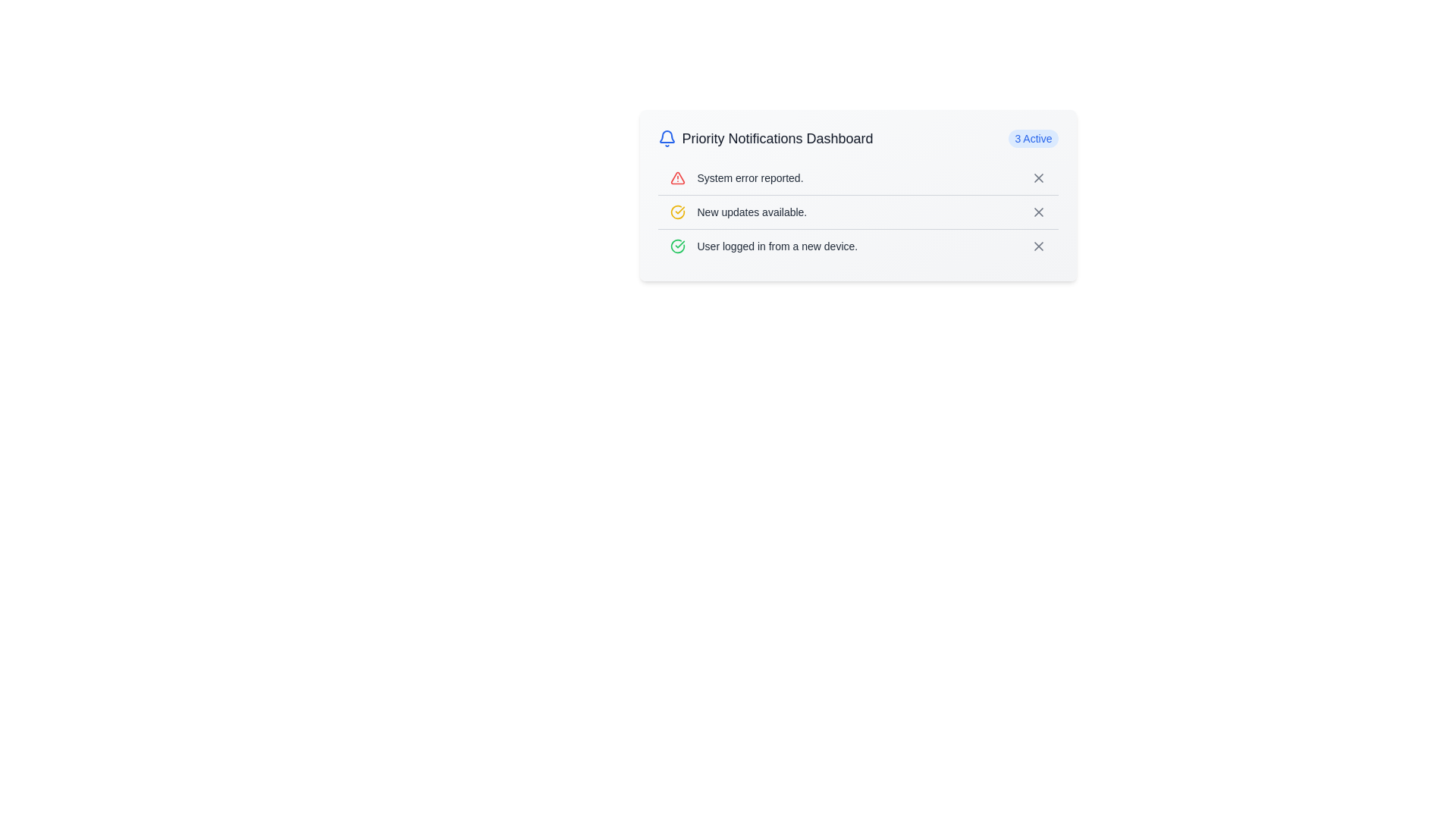  What do you see at coordinates (777, 245) in the screenshot?
I see `text content of the notification message located in the third row of the 'Priority Notifications Dashboard' panel, which is to the right of a green checkmark icon and above a close icon` at bounding box center [777, 245].